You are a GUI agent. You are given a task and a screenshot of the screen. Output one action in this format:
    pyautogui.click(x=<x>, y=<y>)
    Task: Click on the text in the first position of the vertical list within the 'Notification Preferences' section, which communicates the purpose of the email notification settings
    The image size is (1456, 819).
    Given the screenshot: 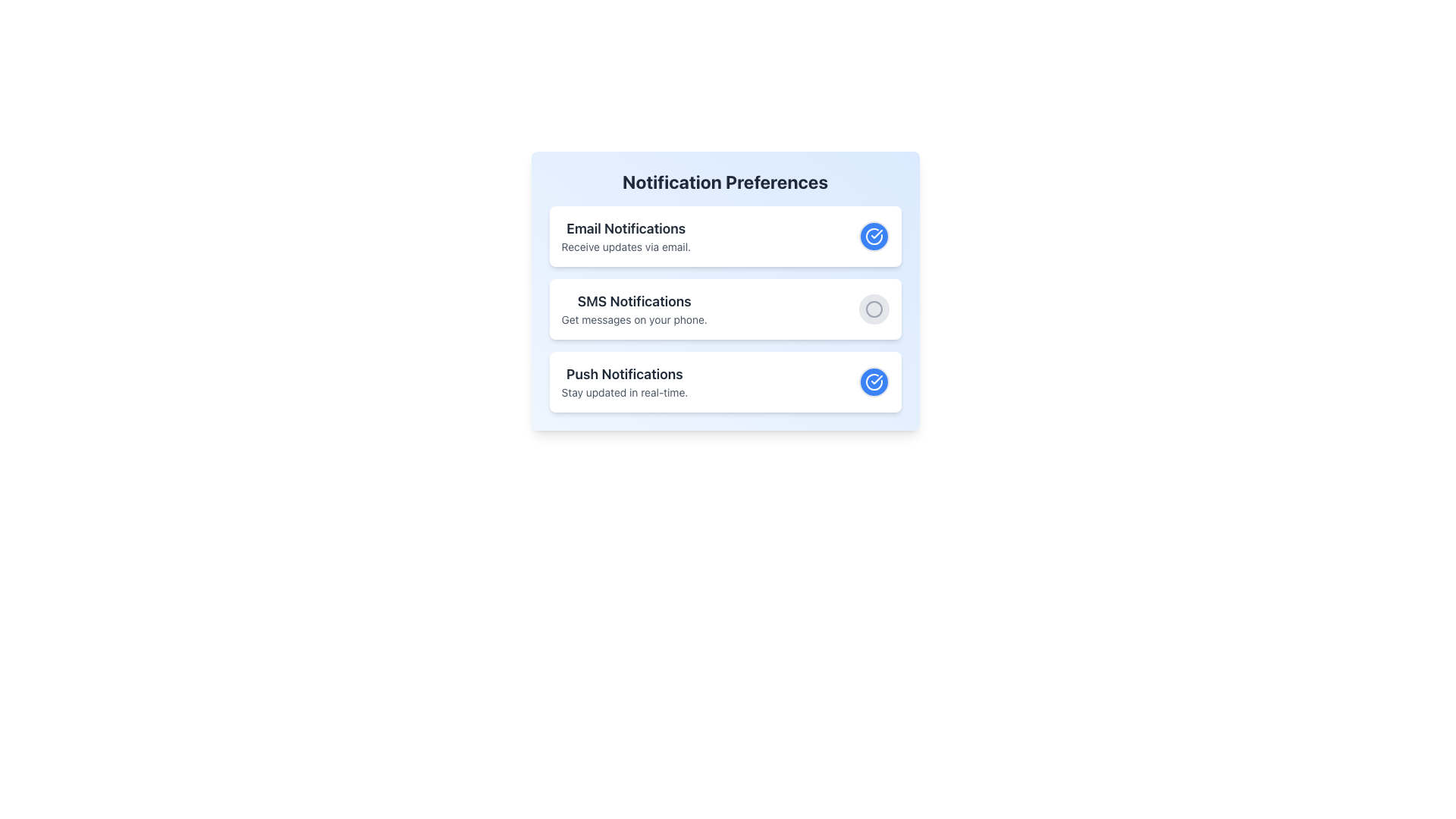 What is the action you would take?
    pyautogui.click(x=626, y=237)
    